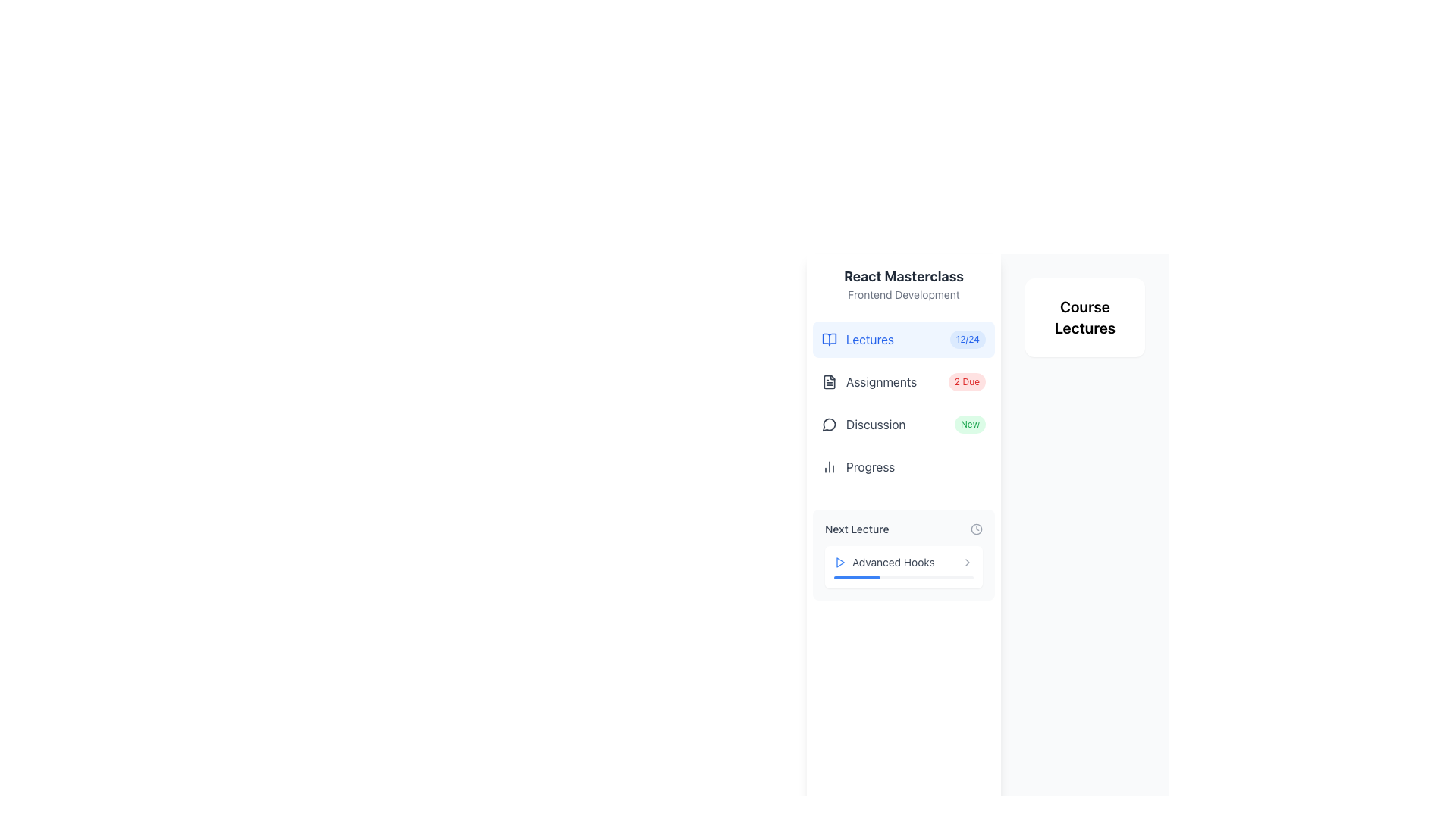 The height and width of the screenshot is (819, 1456). I want to click on the text label displaying 'Frontend Development', which is positioned directly below the header 'React Masterclass' and is centered horizontally on the page, so click(903, 295).